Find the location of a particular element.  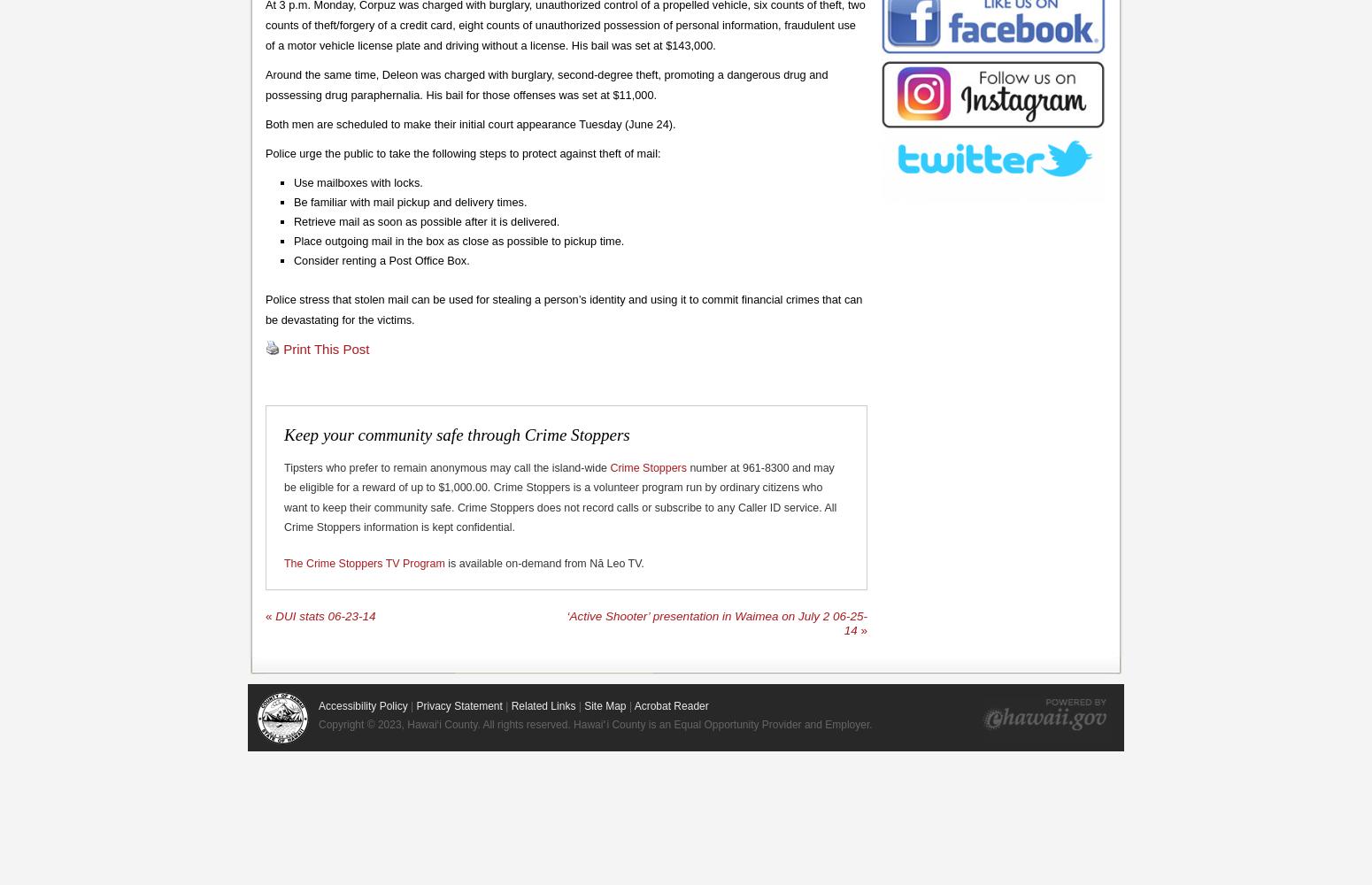

'number at 961-8300 and may be eligible for a reward of up to $1,000.00. Crime Stoppers is a volunteer program run by ordinary citizens who want to keep their community safe. Crime Stoppers does not record calls or subscribe to any Caller ID service. All Crime Stoppers information is kept confidential.' is located at coordinates (559, 497).